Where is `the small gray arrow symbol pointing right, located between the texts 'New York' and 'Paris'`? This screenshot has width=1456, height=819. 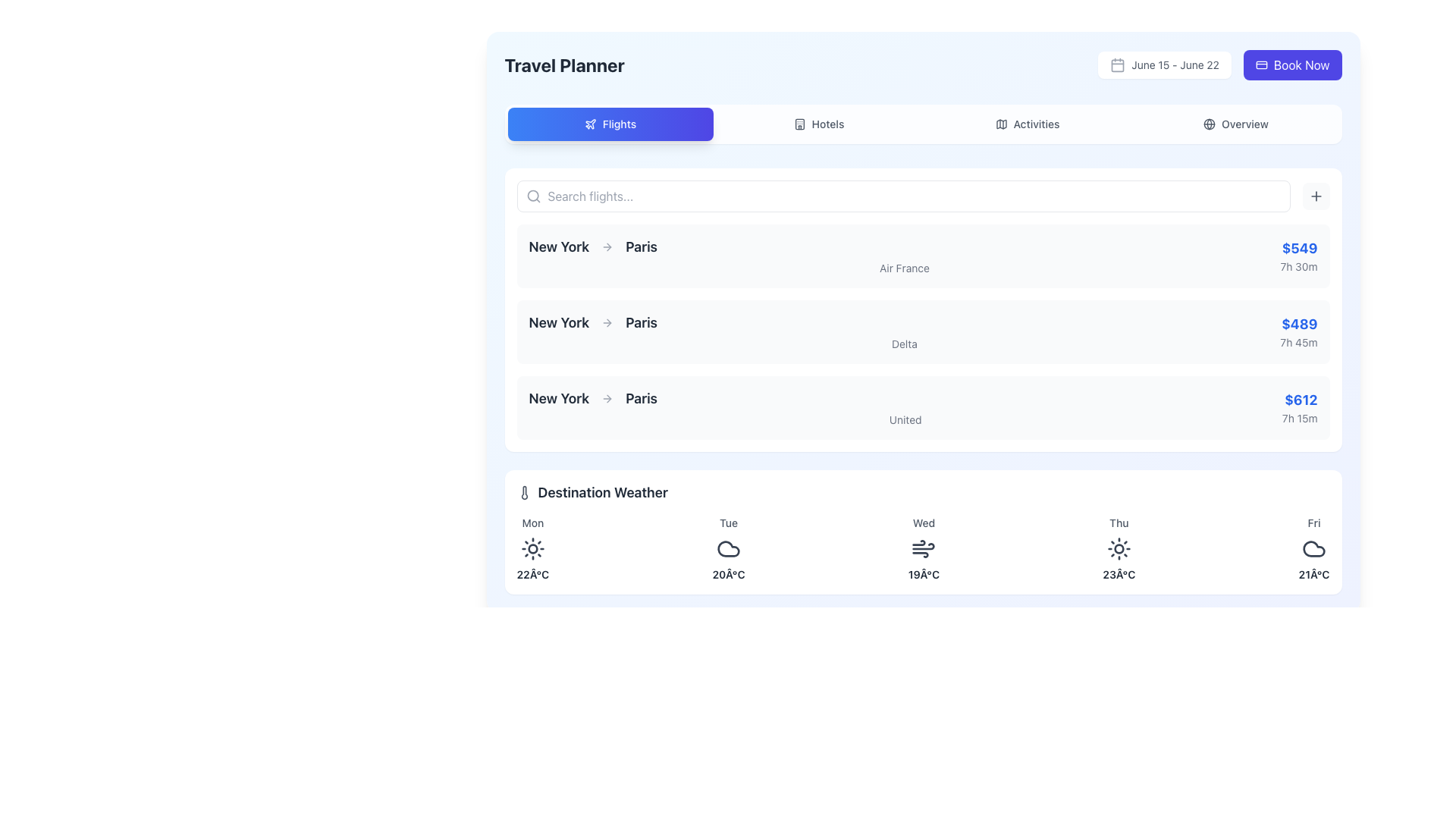 the small gray arrow symbol pointing right, located between the texts 'New York' and 'Paris' is located at coordinates (607, 246).